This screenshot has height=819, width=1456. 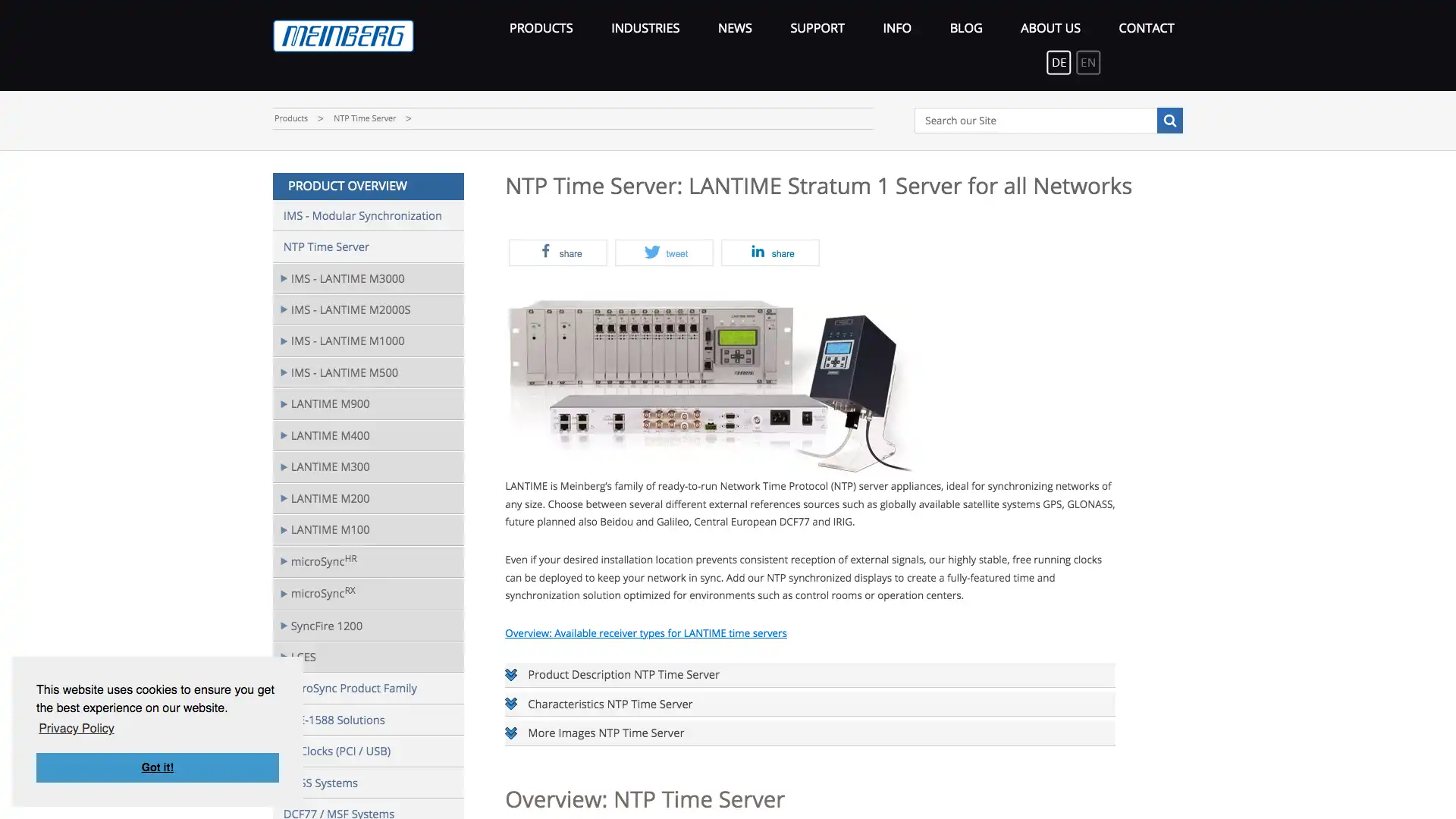 I want to click on learn more about cookies, so click(x=75, y=727).